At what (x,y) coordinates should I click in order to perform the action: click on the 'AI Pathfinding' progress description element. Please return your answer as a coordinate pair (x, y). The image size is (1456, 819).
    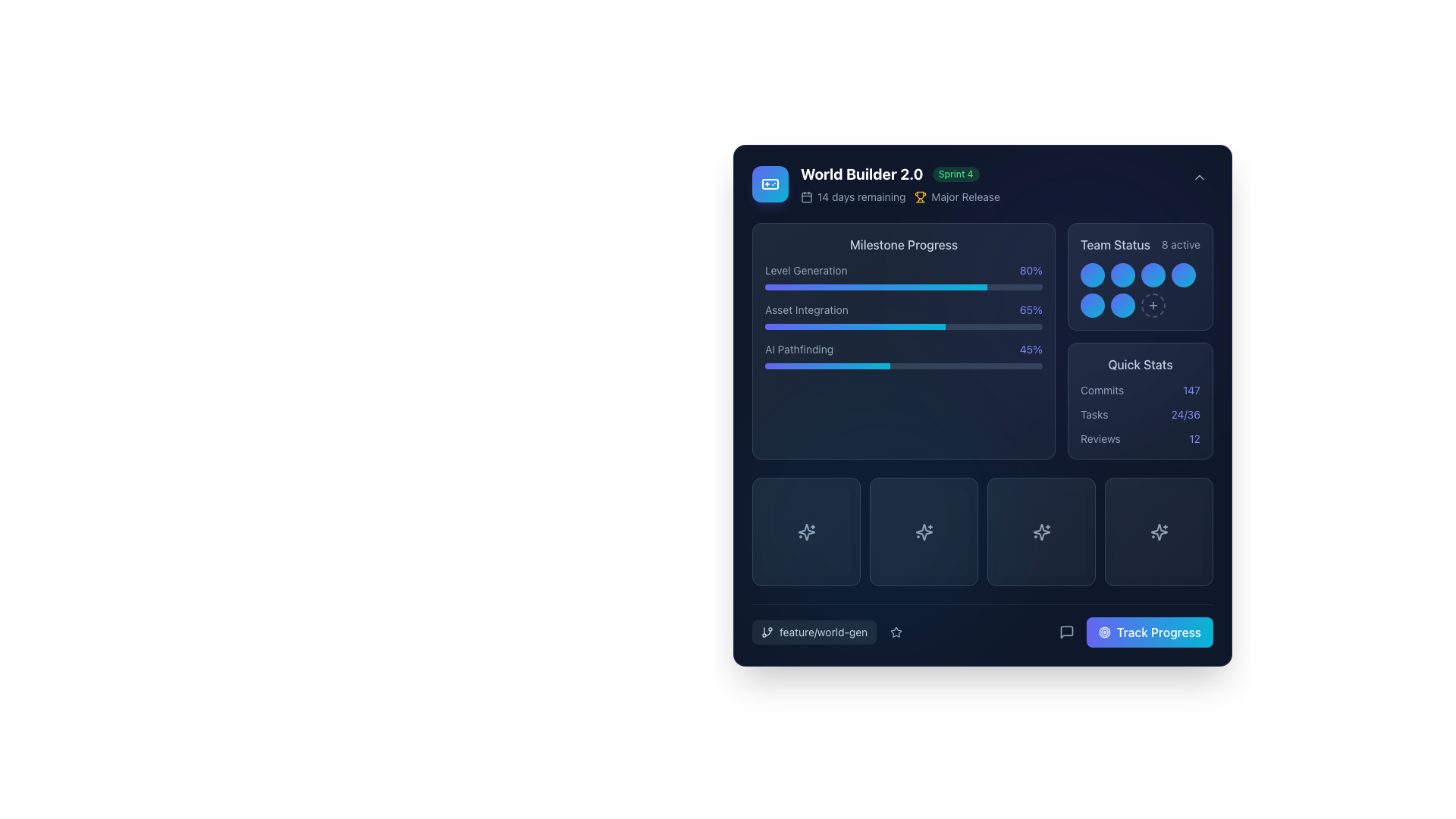
    Looking at the image, I should click on (903, 350).